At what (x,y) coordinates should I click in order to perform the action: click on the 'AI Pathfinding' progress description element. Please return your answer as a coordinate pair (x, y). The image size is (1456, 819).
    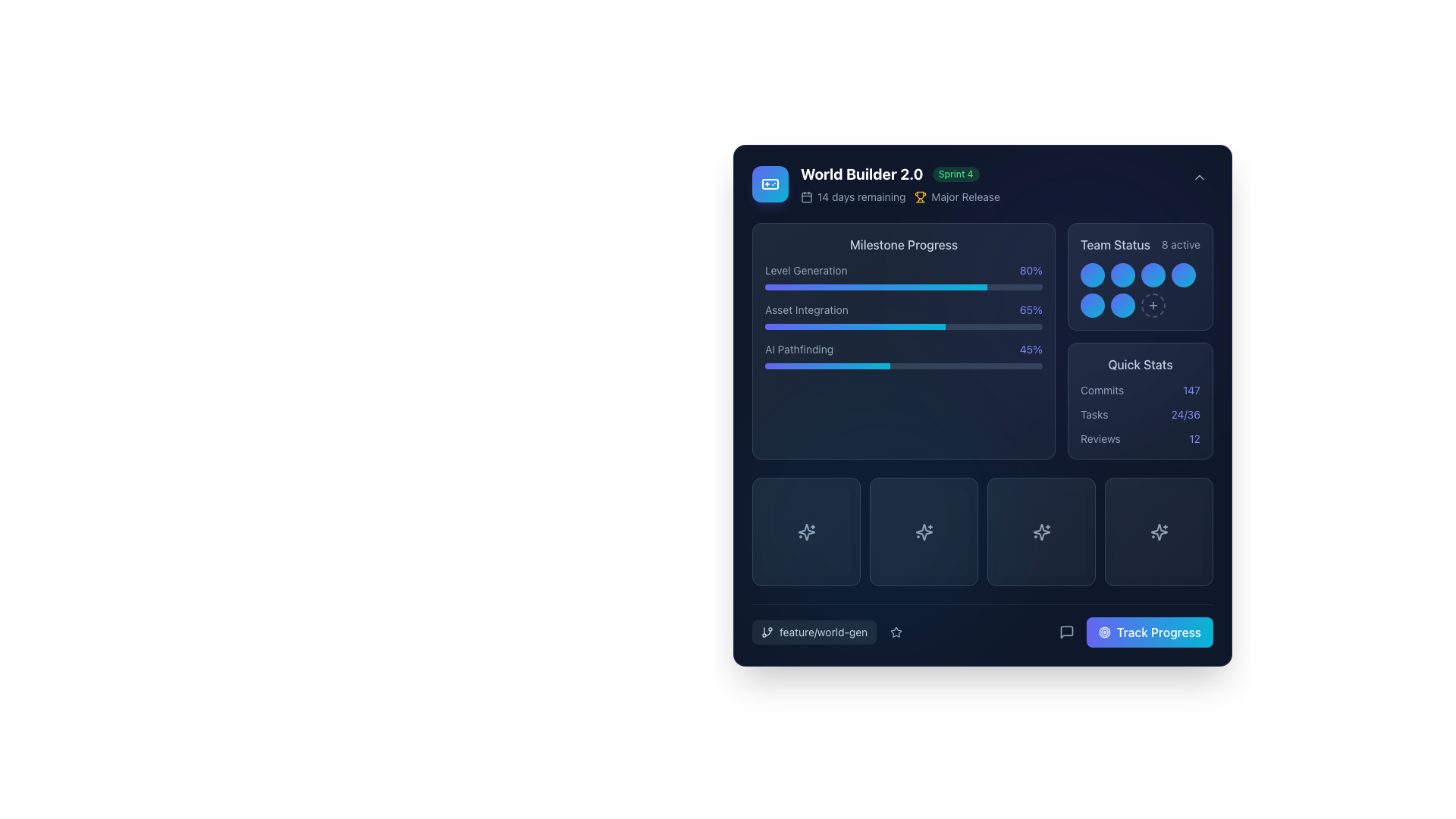
    Looking at the image, I should click on (903, 350).